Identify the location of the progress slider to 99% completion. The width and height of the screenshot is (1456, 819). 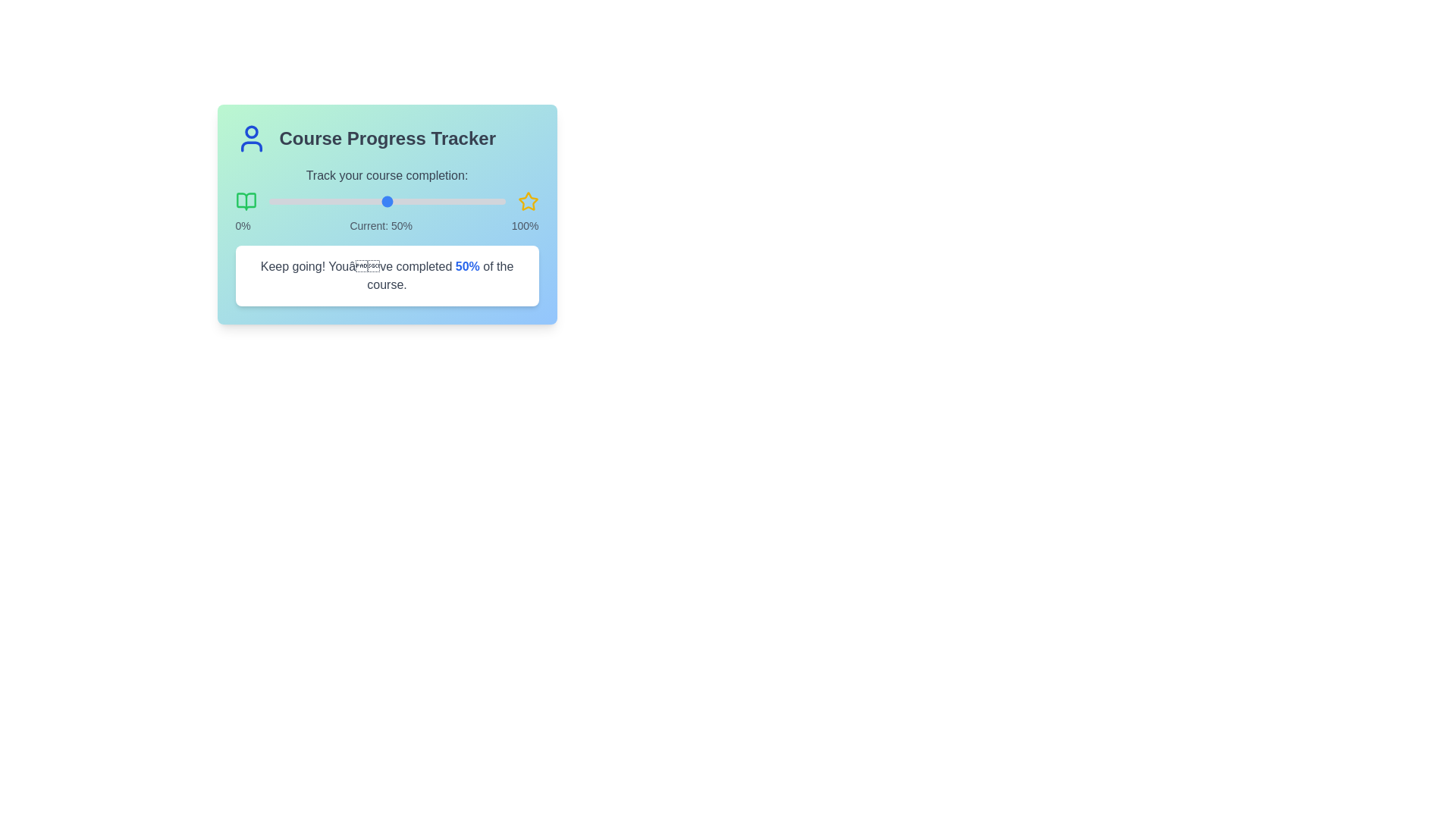
(503, 201).